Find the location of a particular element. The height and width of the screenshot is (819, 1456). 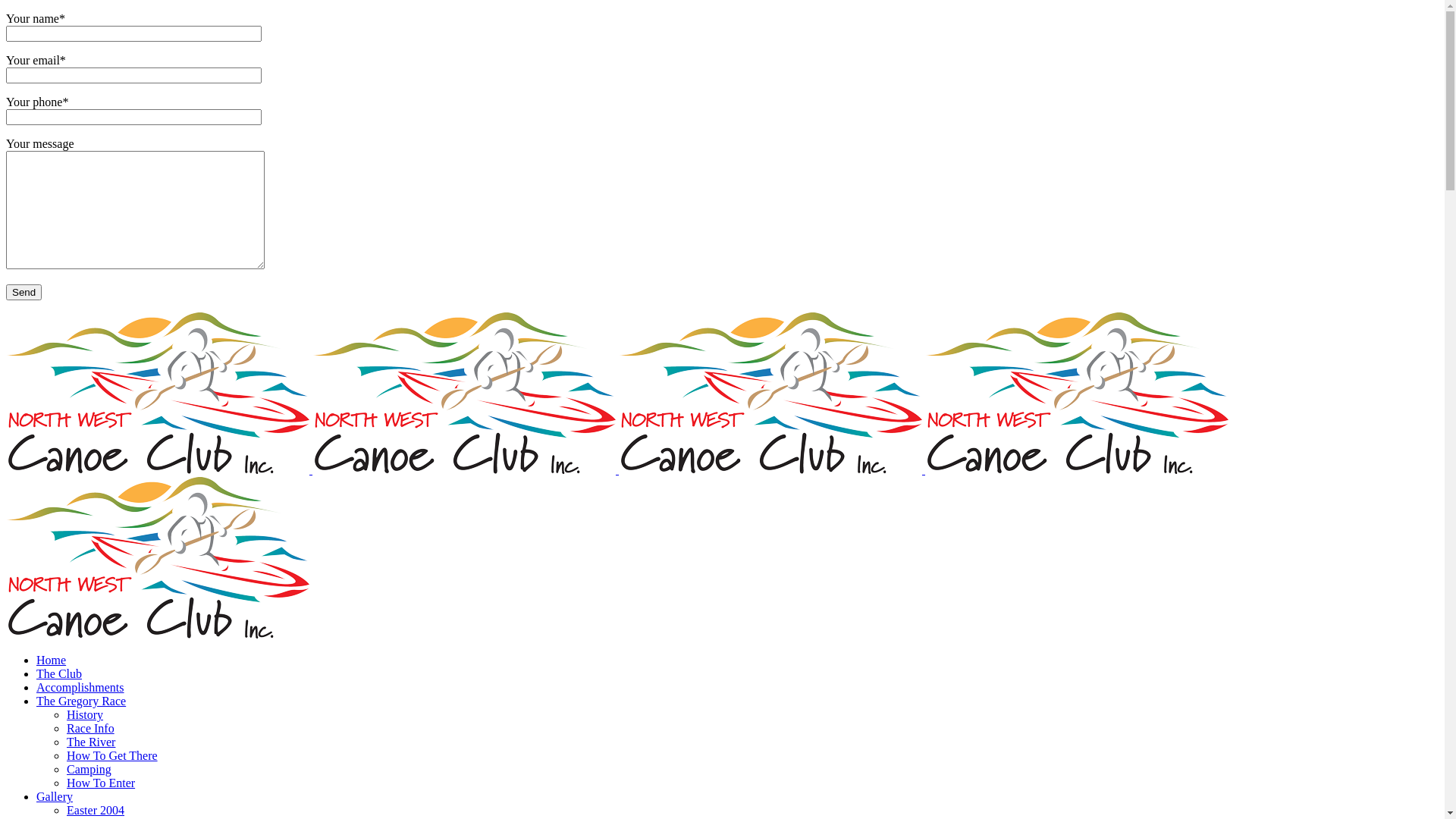

'Home' is located at coordinates (36, 659).